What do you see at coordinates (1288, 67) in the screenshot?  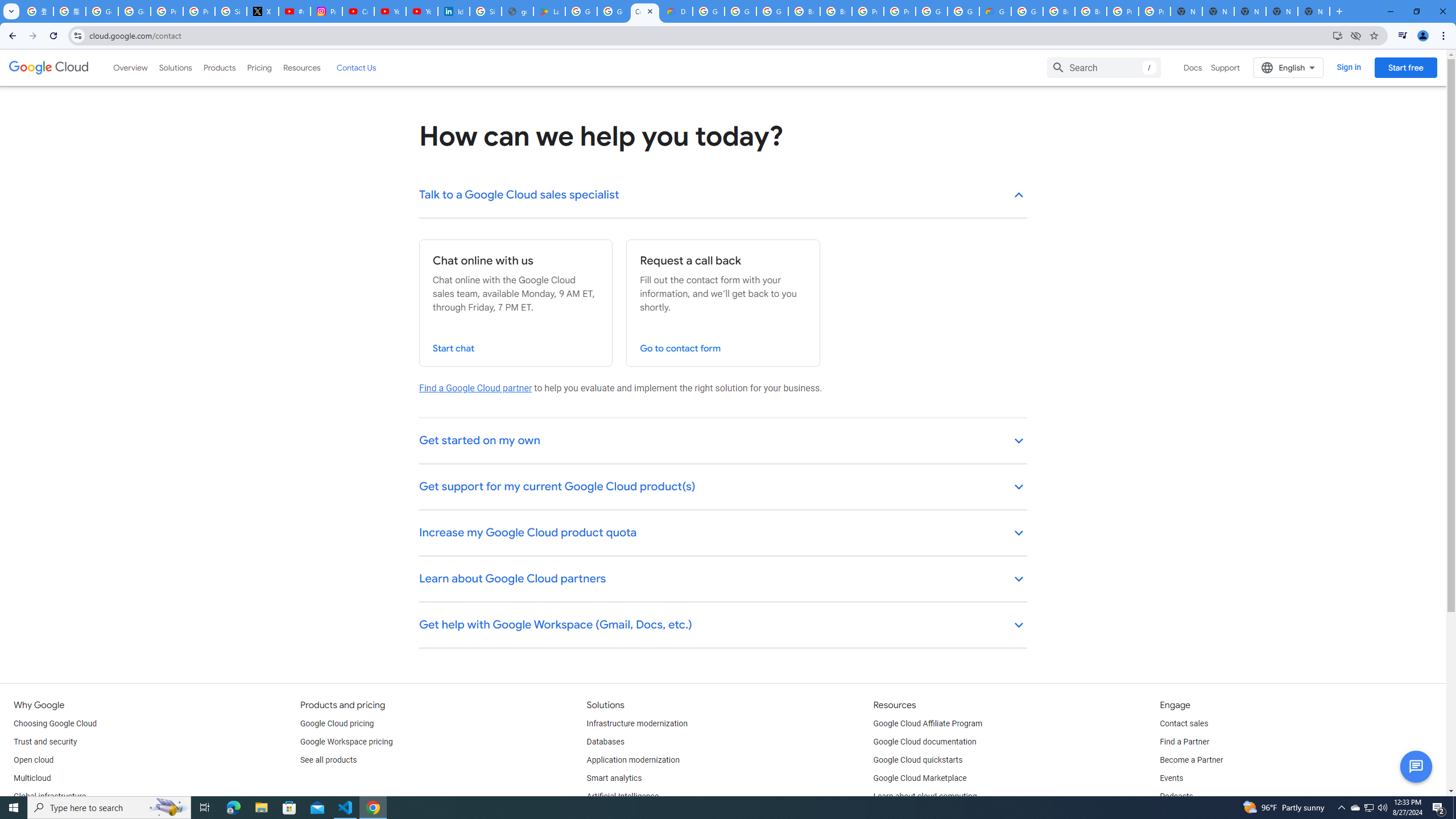 I see `'English'` at bounding box center [1288, 67].